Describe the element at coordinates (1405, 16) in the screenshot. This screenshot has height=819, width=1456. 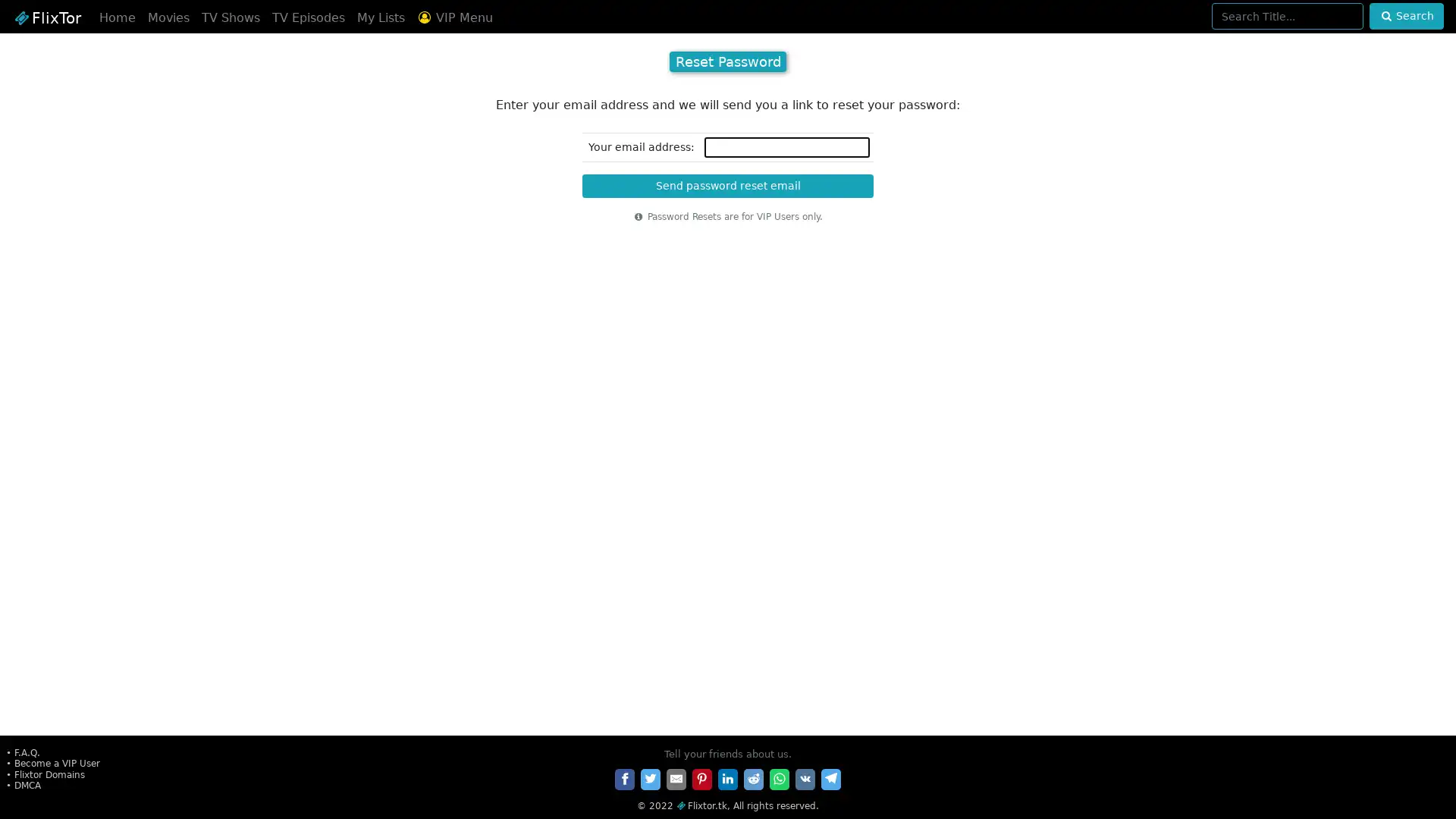
I see `Search` at that location.